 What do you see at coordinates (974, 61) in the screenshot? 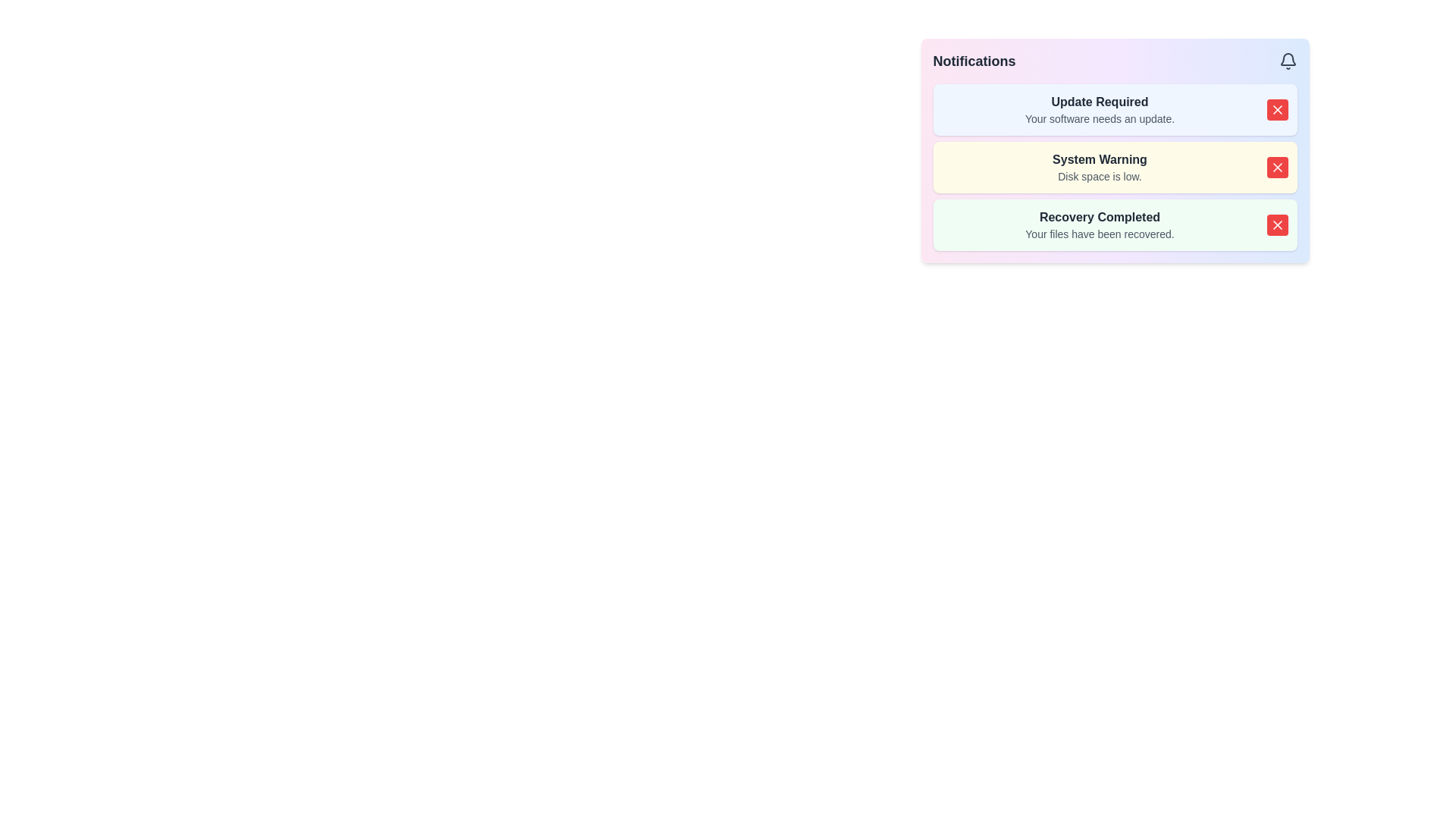
I see `the Text label that serves as the section header for the notification panel, located at the upper-left side adjacent to a bell icon` at bounding box center [974, 61].